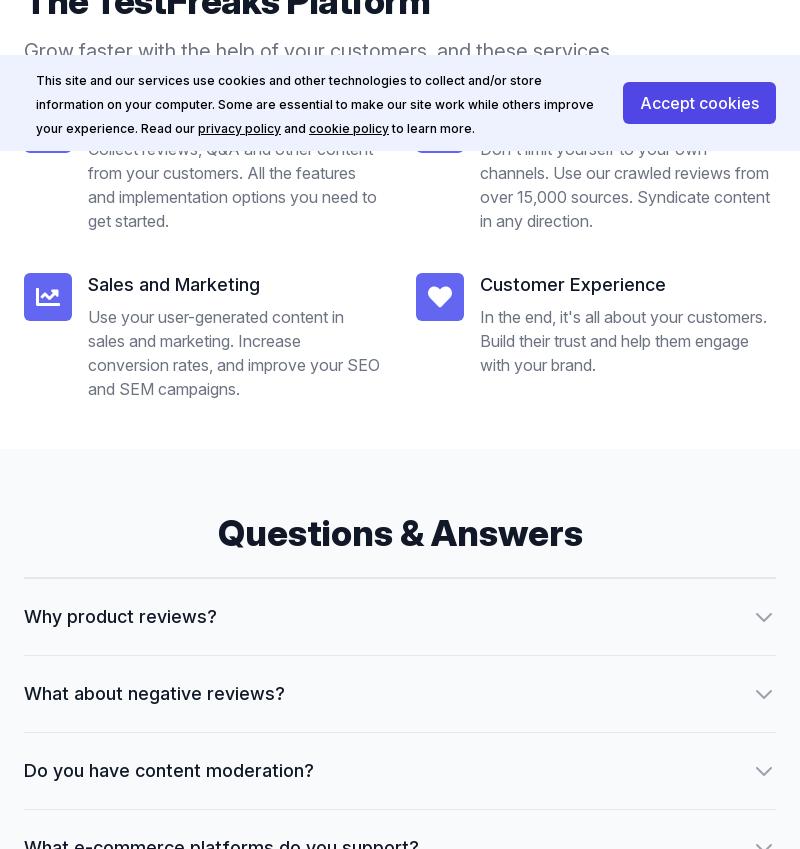  What do you see at coordinates (398, 533) in the screenshot?
I see `'Questions & Answers'` at bounding box center [398, 533].